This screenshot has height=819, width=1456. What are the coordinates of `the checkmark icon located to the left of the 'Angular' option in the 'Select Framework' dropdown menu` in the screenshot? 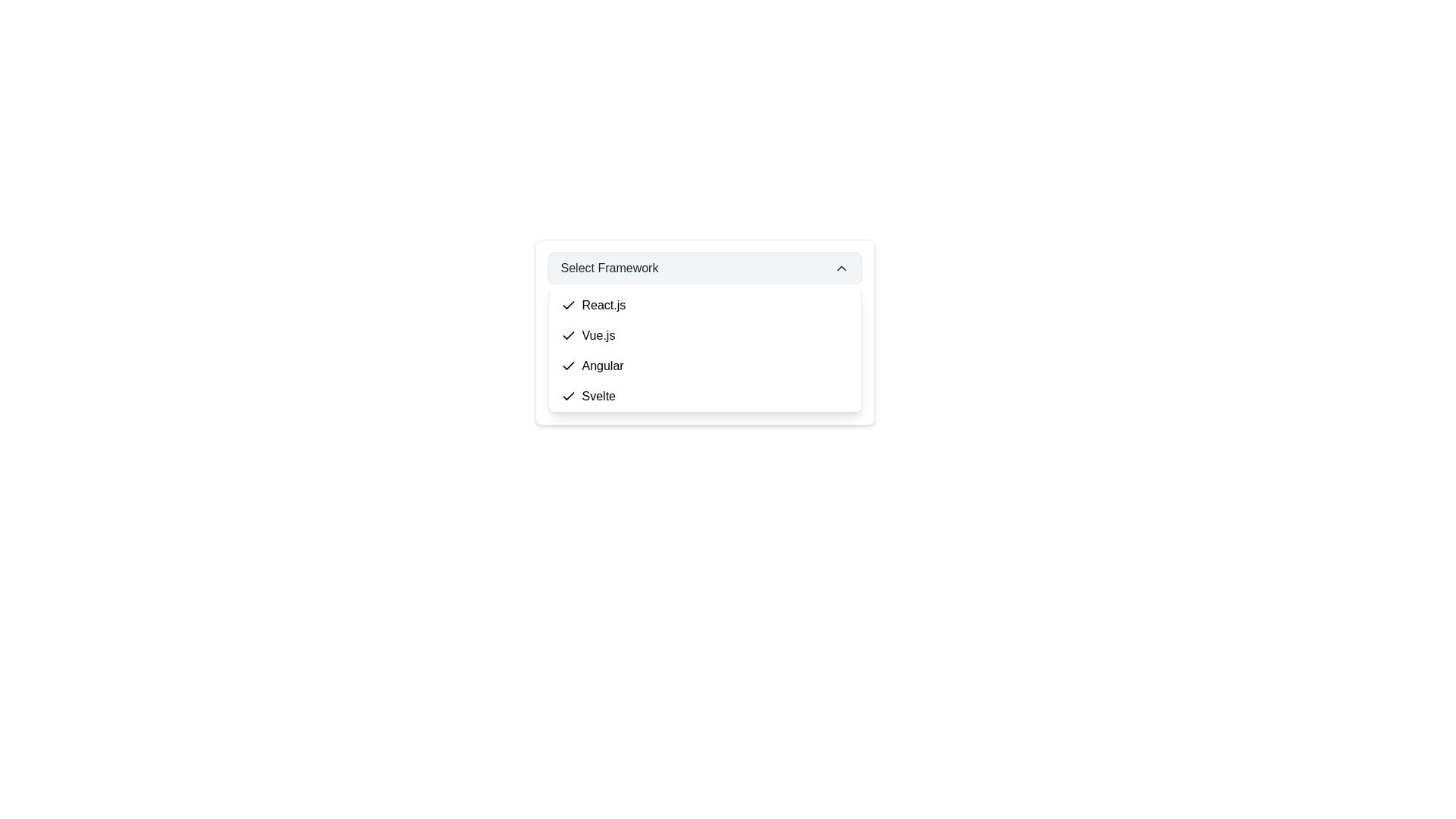 It's located at (567, 366).